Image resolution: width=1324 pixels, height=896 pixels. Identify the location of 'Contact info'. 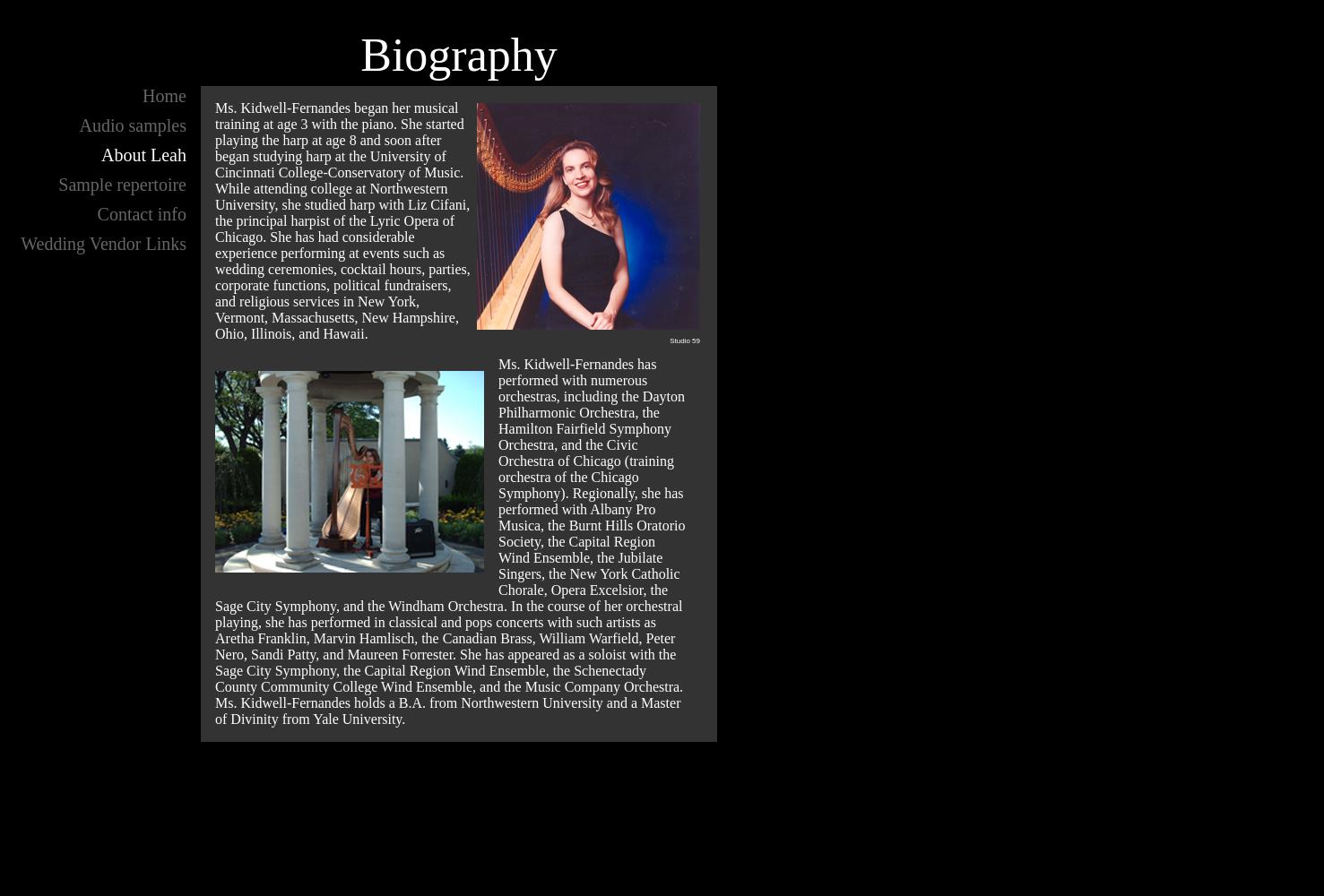
(141, 213).